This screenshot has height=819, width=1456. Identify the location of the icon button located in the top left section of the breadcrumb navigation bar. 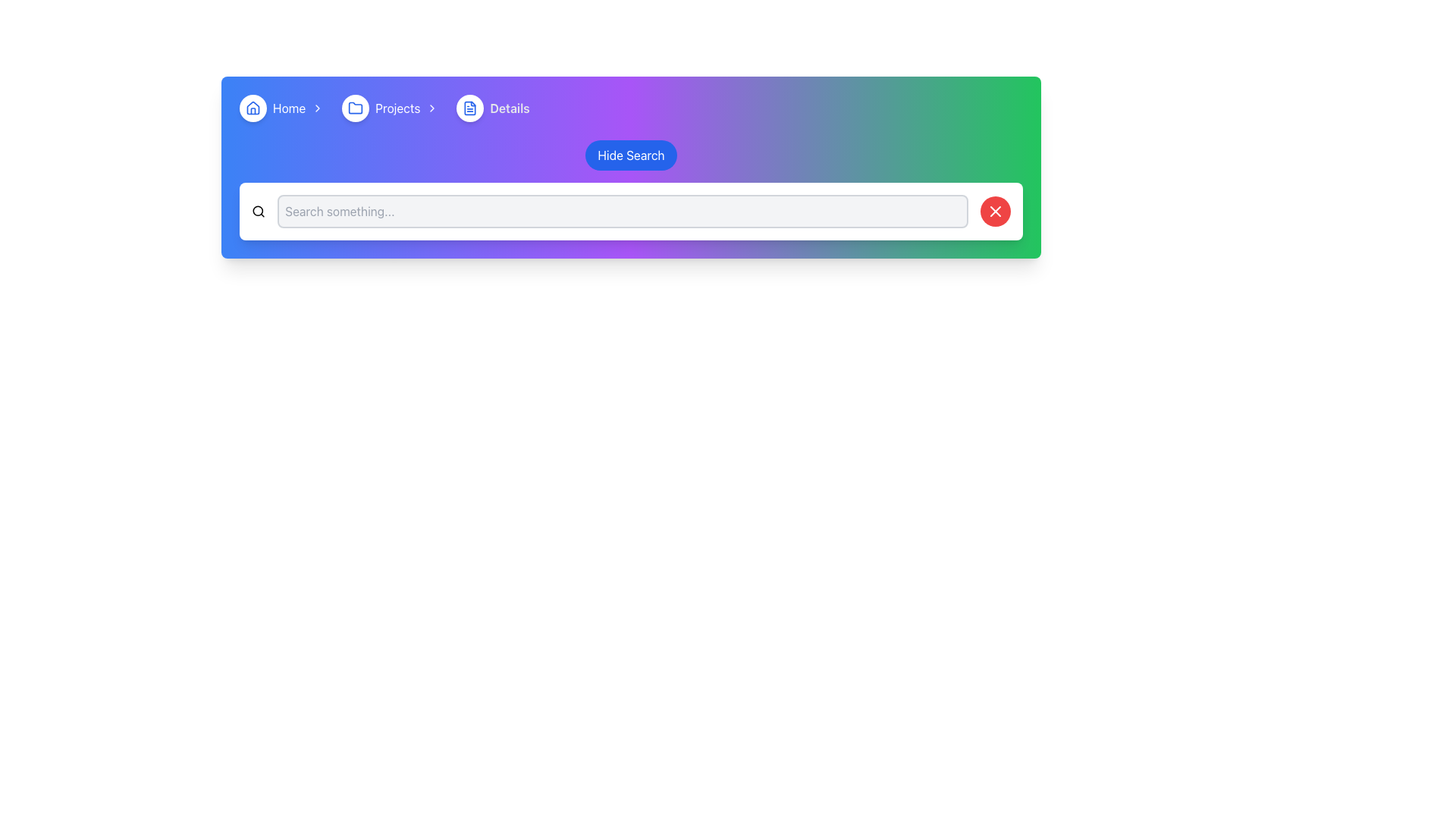
(253, 107).